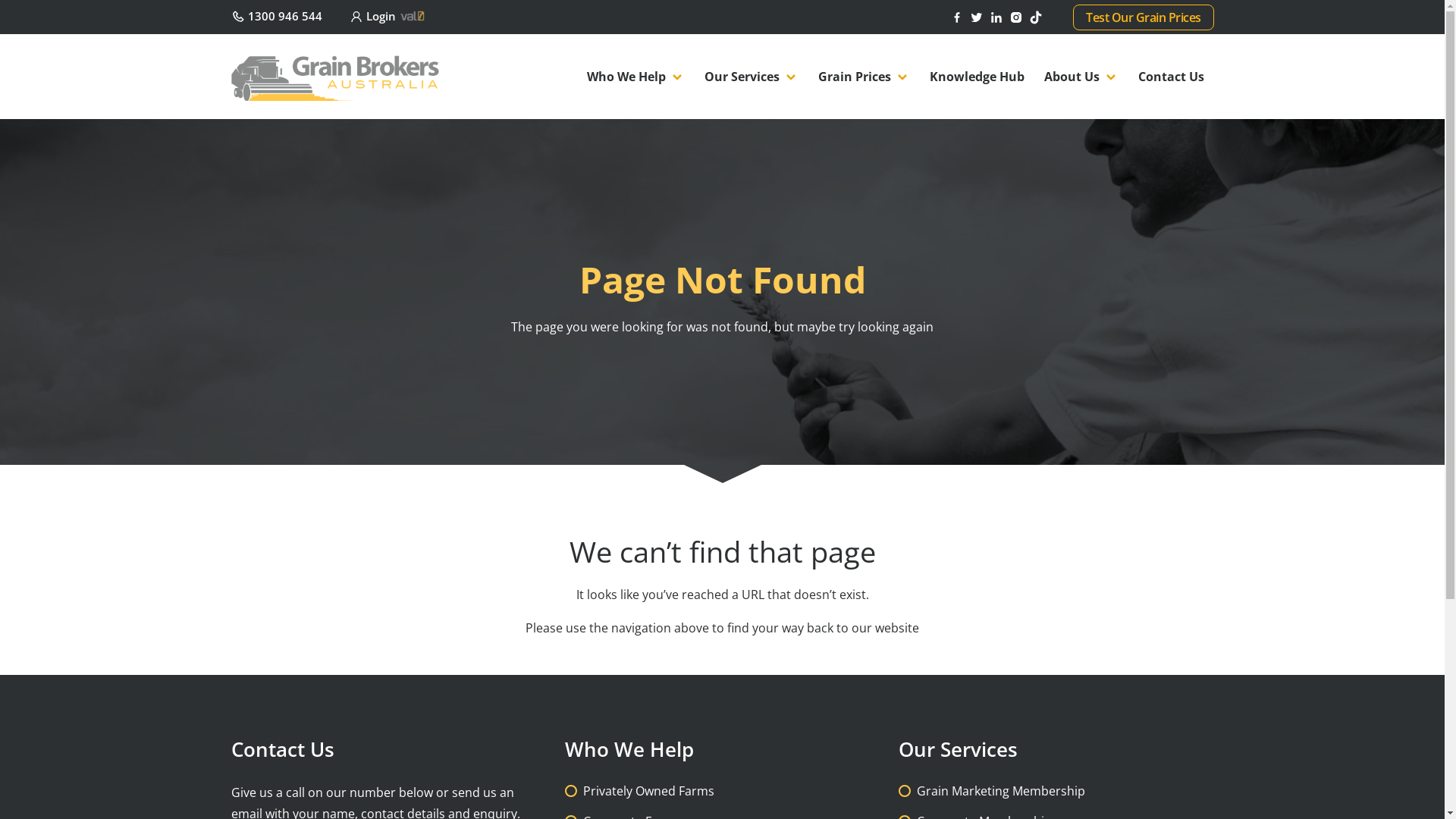 Image resolution: width=1456 pixels, height=819 pixels. Describe the element at coordinates (1000, 789) in the screenshot. I see `'Grain Marketing Membership'` at that location.